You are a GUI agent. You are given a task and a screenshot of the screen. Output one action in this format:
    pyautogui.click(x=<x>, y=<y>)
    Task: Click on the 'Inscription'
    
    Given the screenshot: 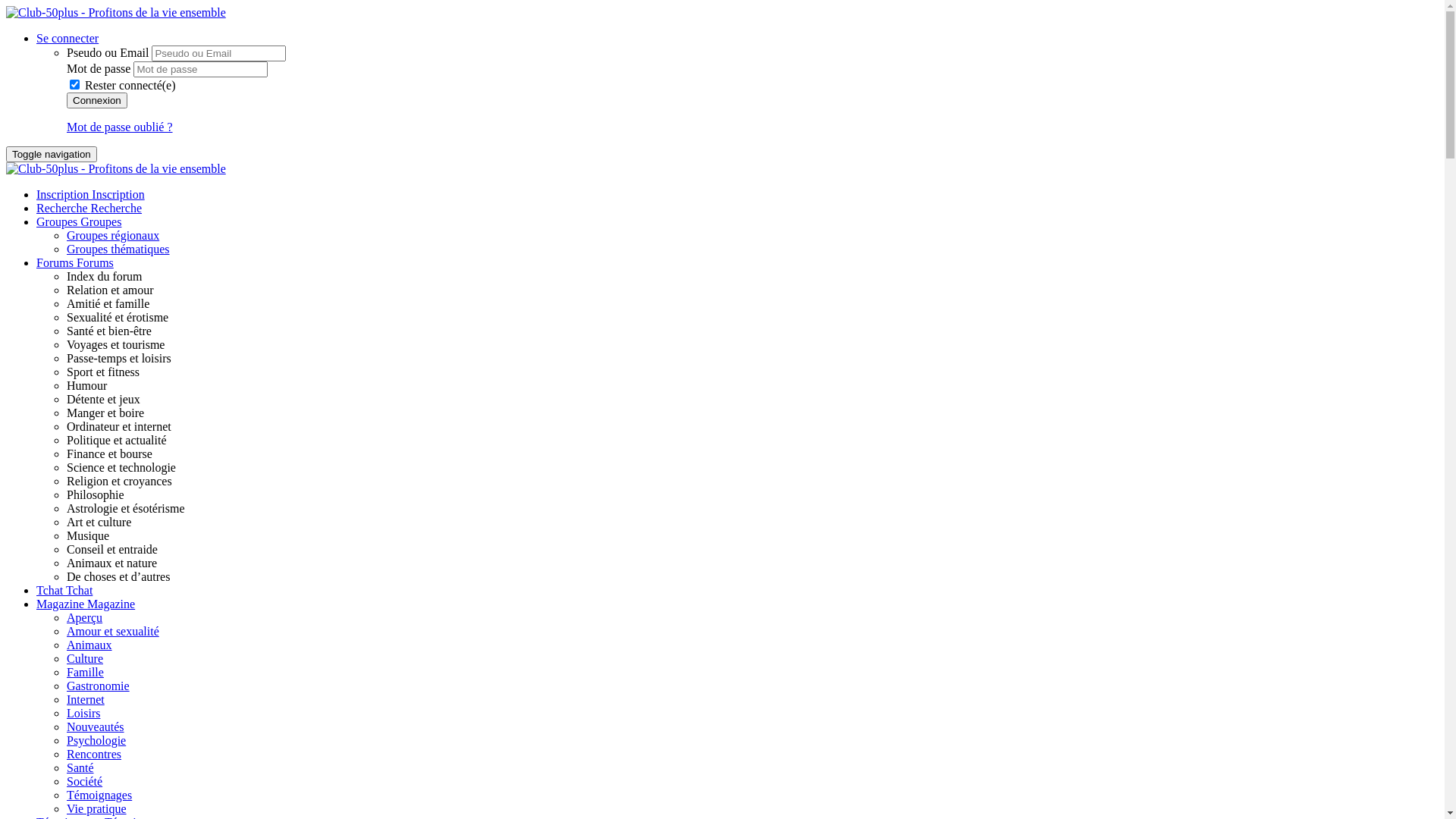 What is the action you would take?
    pyautogui.click(x=36, y=193)
    